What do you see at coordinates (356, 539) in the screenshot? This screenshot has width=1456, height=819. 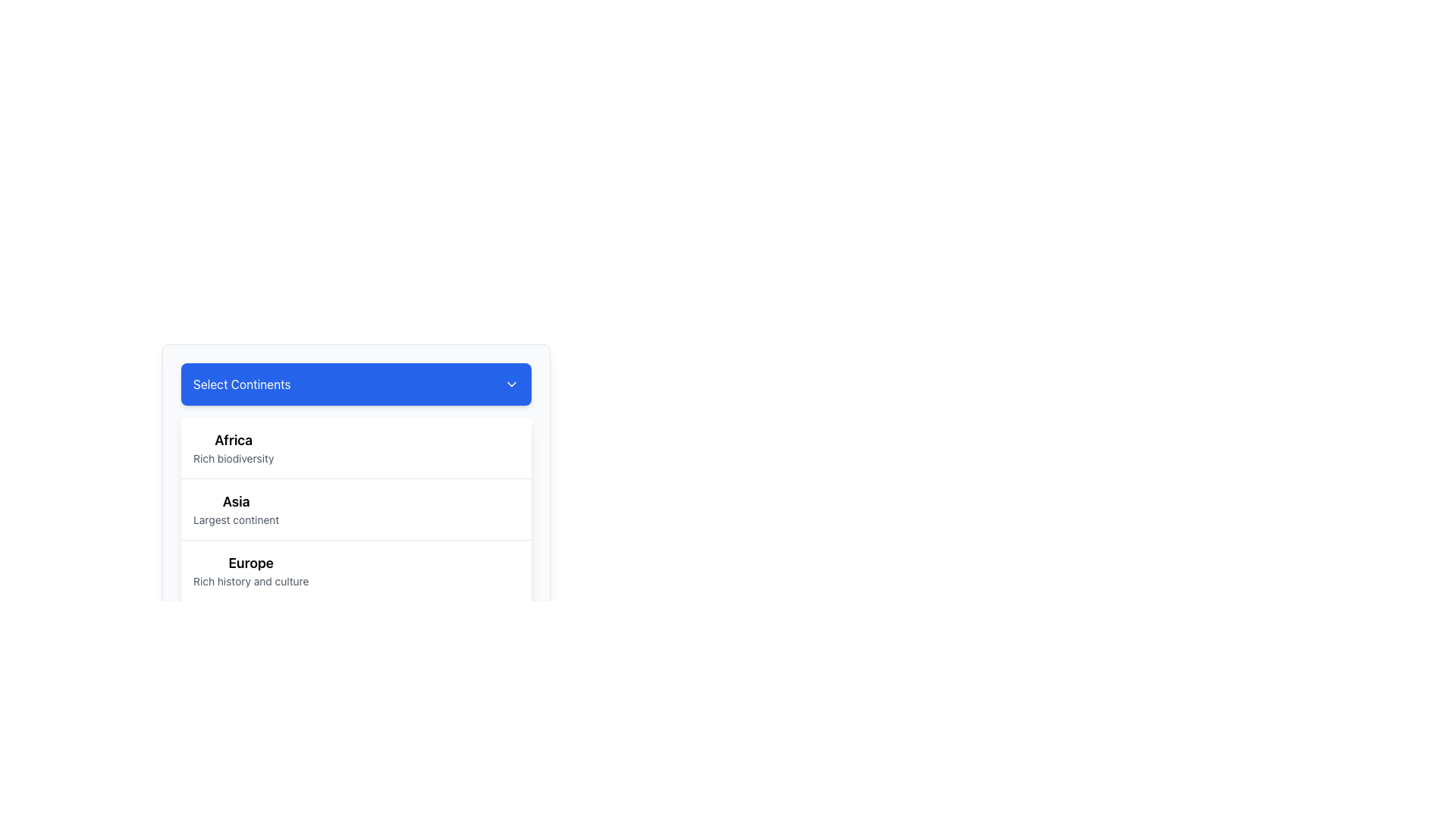 I see `the list item labeled 'Asia' in the dropdown menu` at bounding box center [356, 539].